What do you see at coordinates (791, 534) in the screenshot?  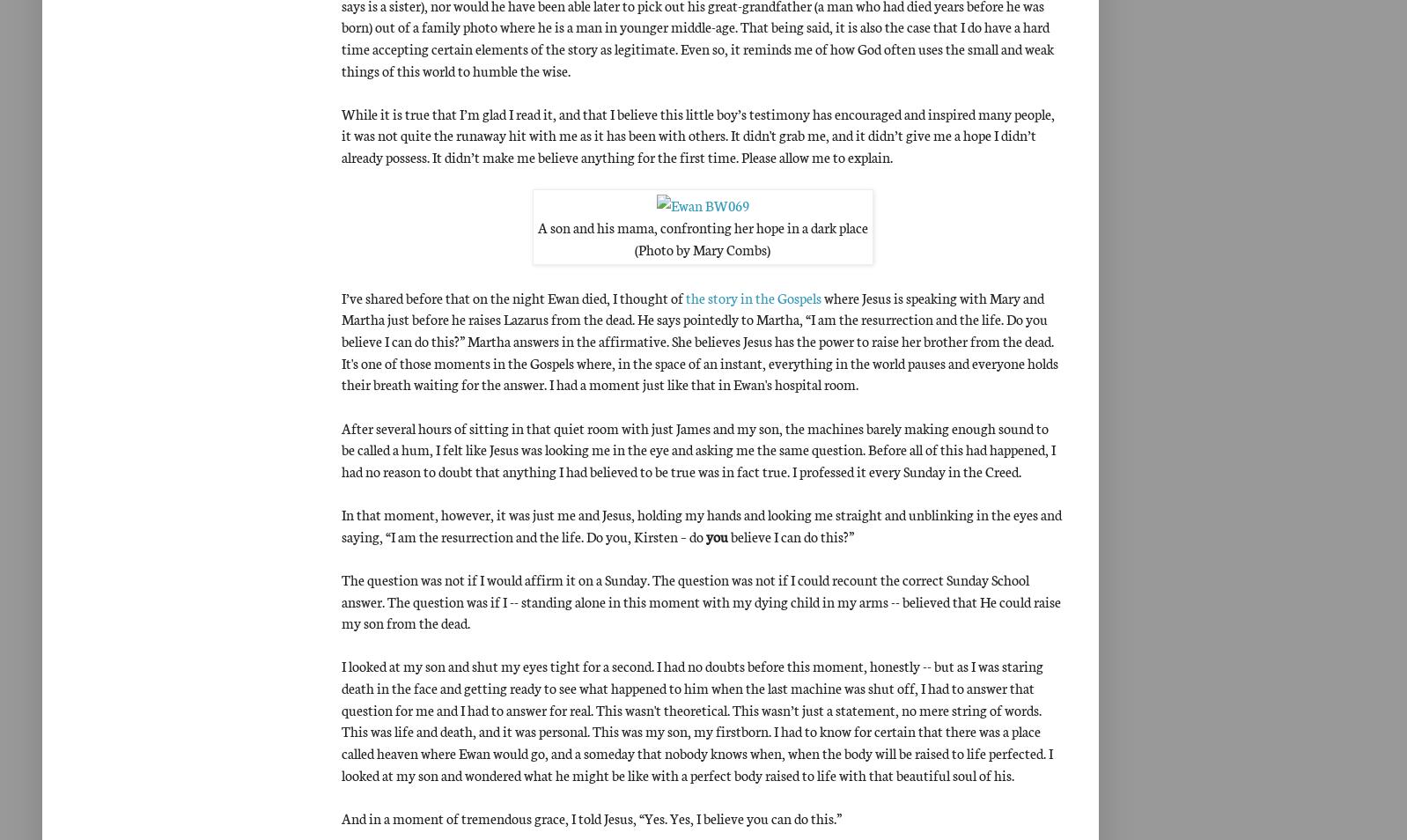 I see `'believe I can do this?”'` at bounding box center [791, 534].